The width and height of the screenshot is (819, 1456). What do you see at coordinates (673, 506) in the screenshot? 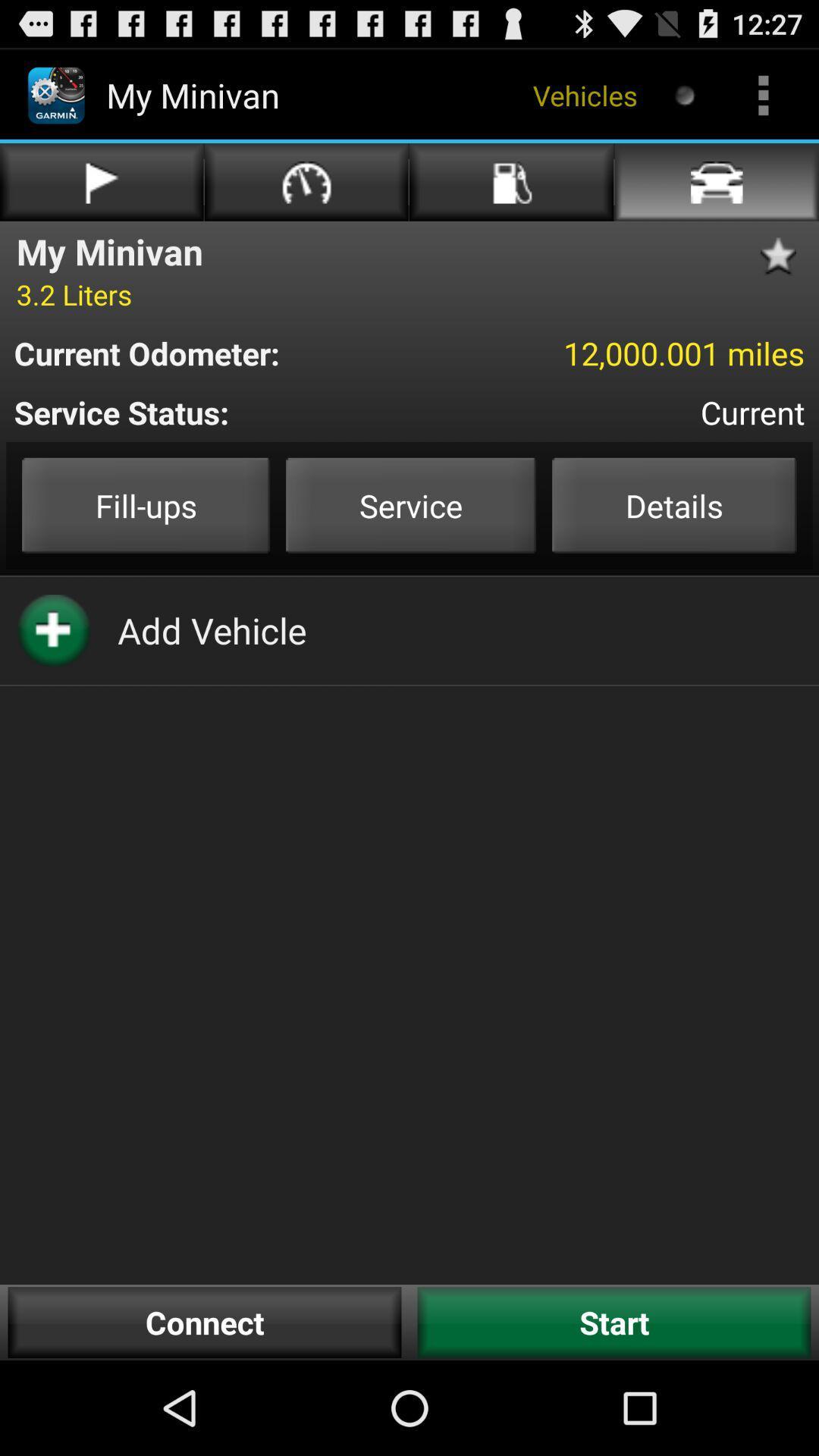
I see `the button details on the web page` at bounding box center [673, 506].